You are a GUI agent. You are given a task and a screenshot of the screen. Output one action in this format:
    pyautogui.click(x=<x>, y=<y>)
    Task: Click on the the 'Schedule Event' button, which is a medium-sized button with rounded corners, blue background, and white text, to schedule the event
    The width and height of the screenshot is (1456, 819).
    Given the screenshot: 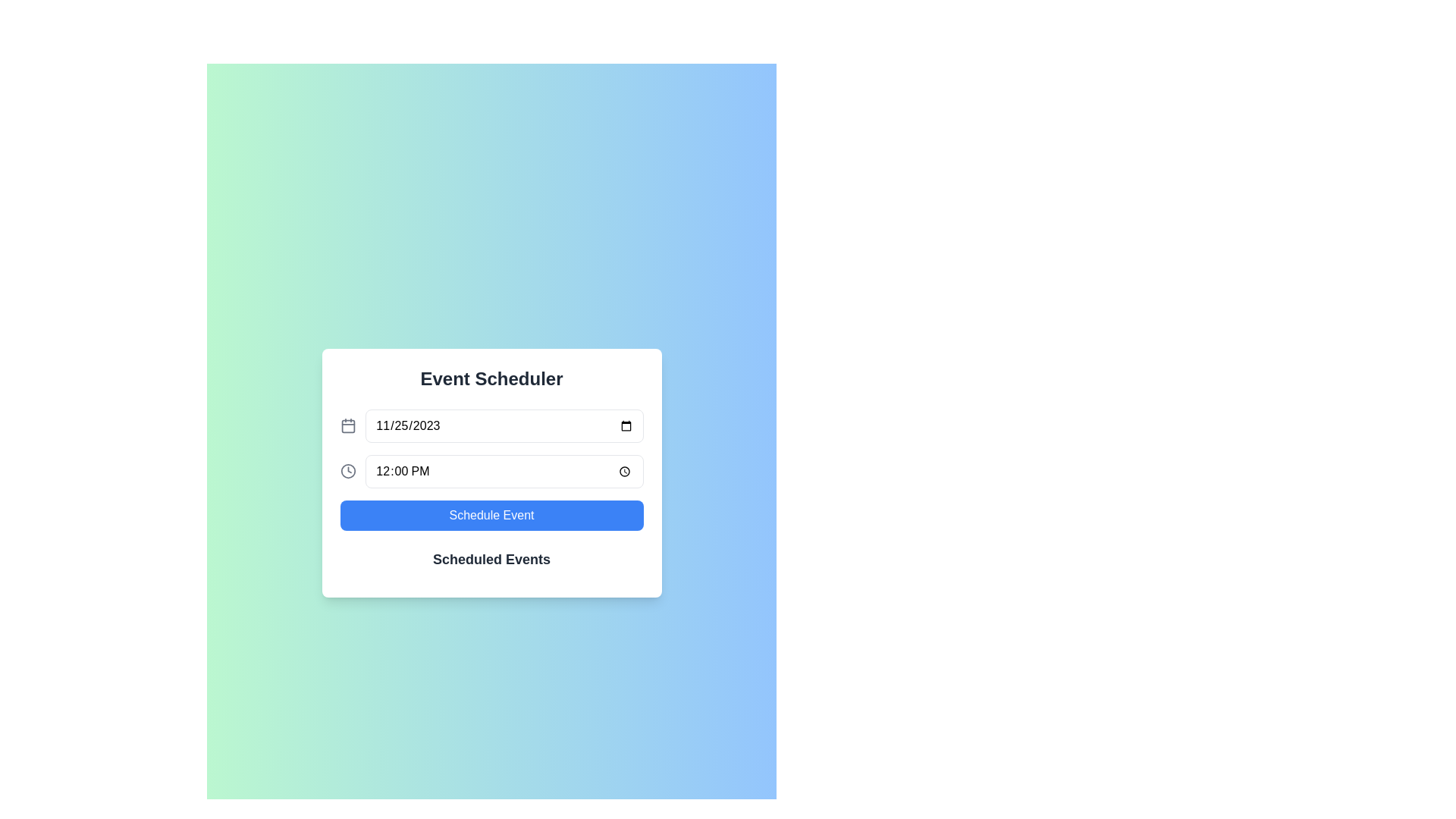 What is the action you would take?
    pyautogui.click(x=491, y=514)
    